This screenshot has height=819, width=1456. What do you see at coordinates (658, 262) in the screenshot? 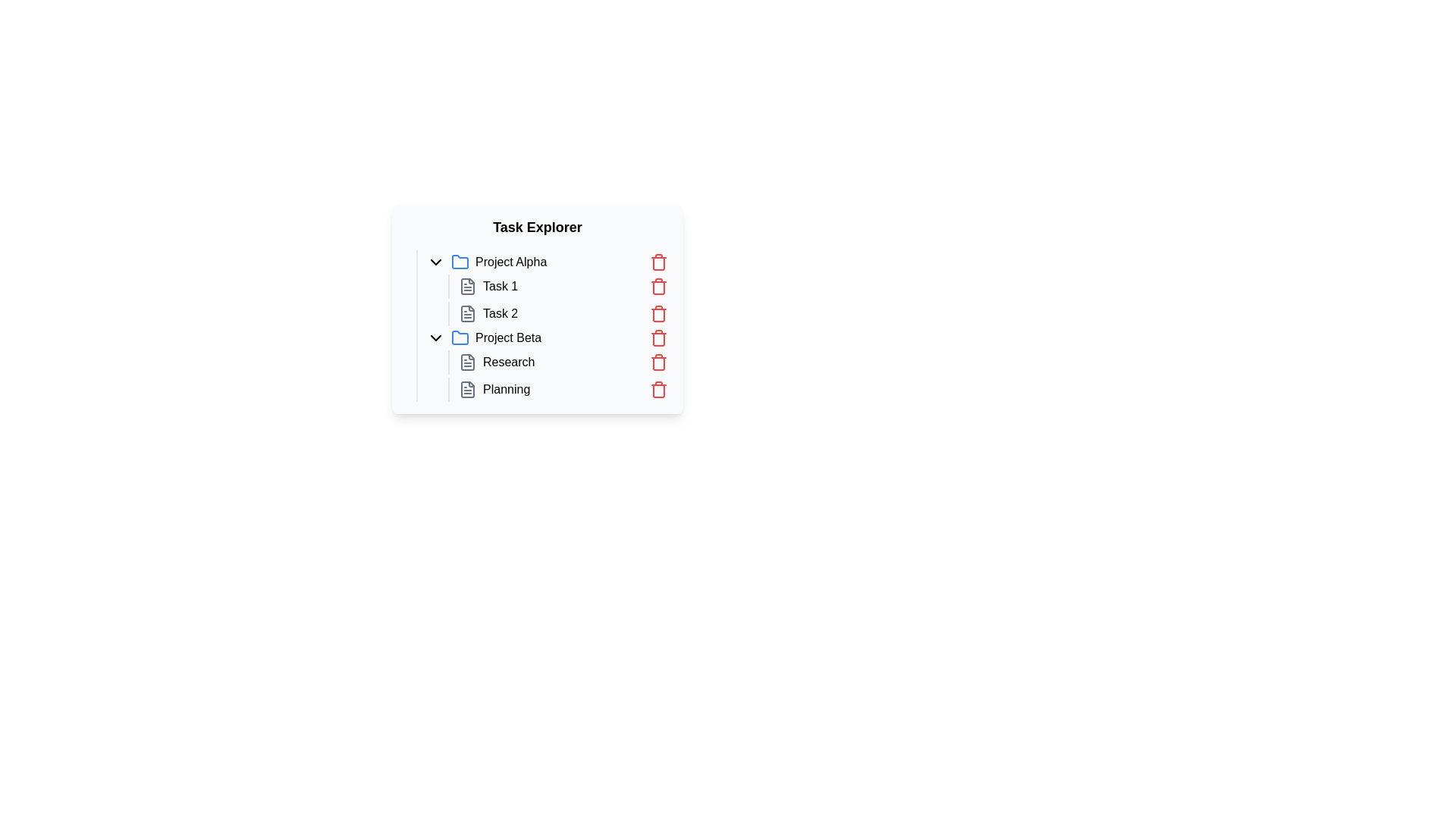
I see `the red trash can icon located at the far-right end of the Project Alpha row in the Task Explorer interface` at bounding box center [658, 262].